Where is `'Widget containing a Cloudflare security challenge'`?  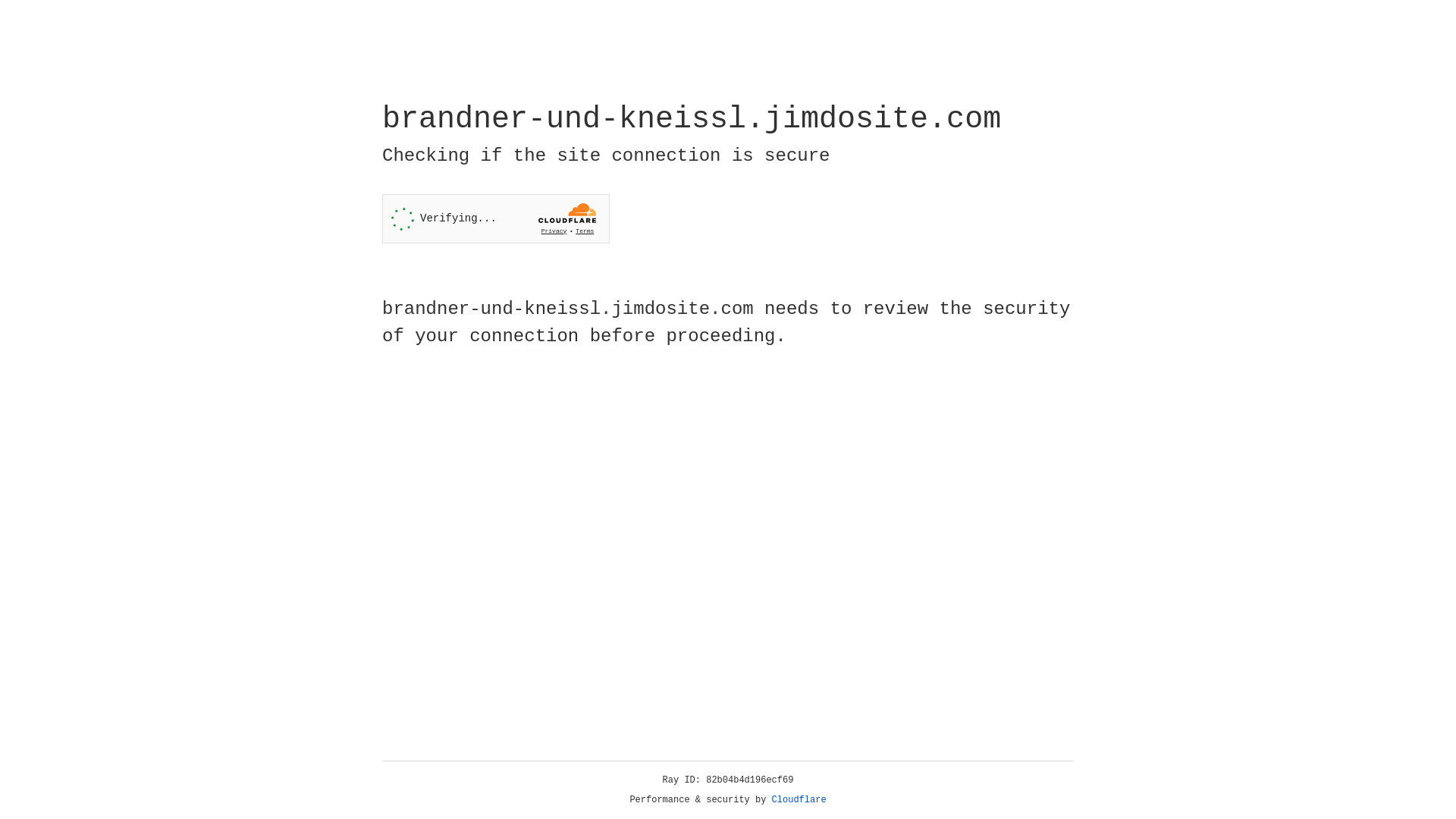 'Widget containing a Cloudflare security challenge' is located at coordinates (495, 218).